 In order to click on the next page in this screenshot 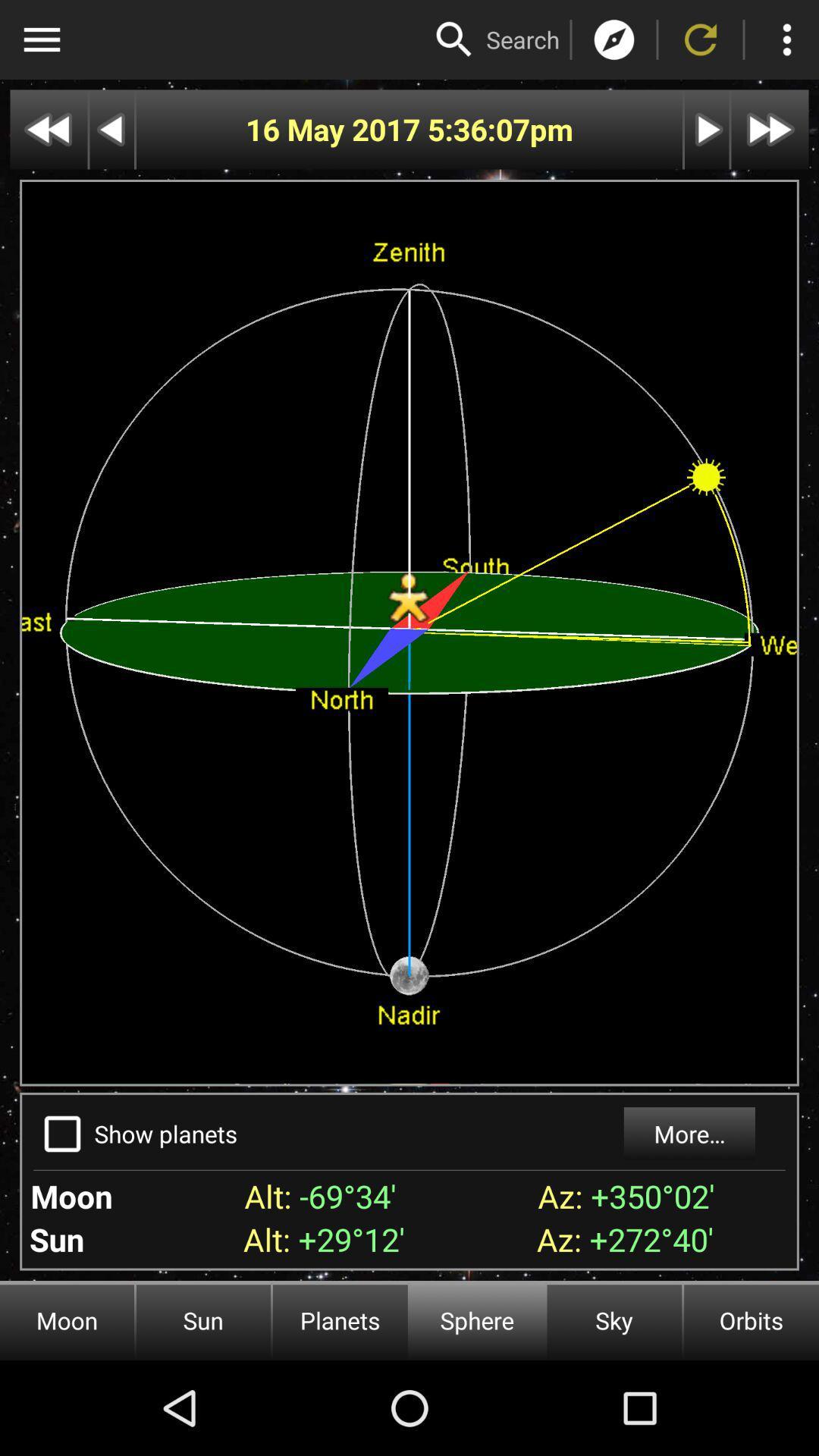, I will do `click(770, 130)`.